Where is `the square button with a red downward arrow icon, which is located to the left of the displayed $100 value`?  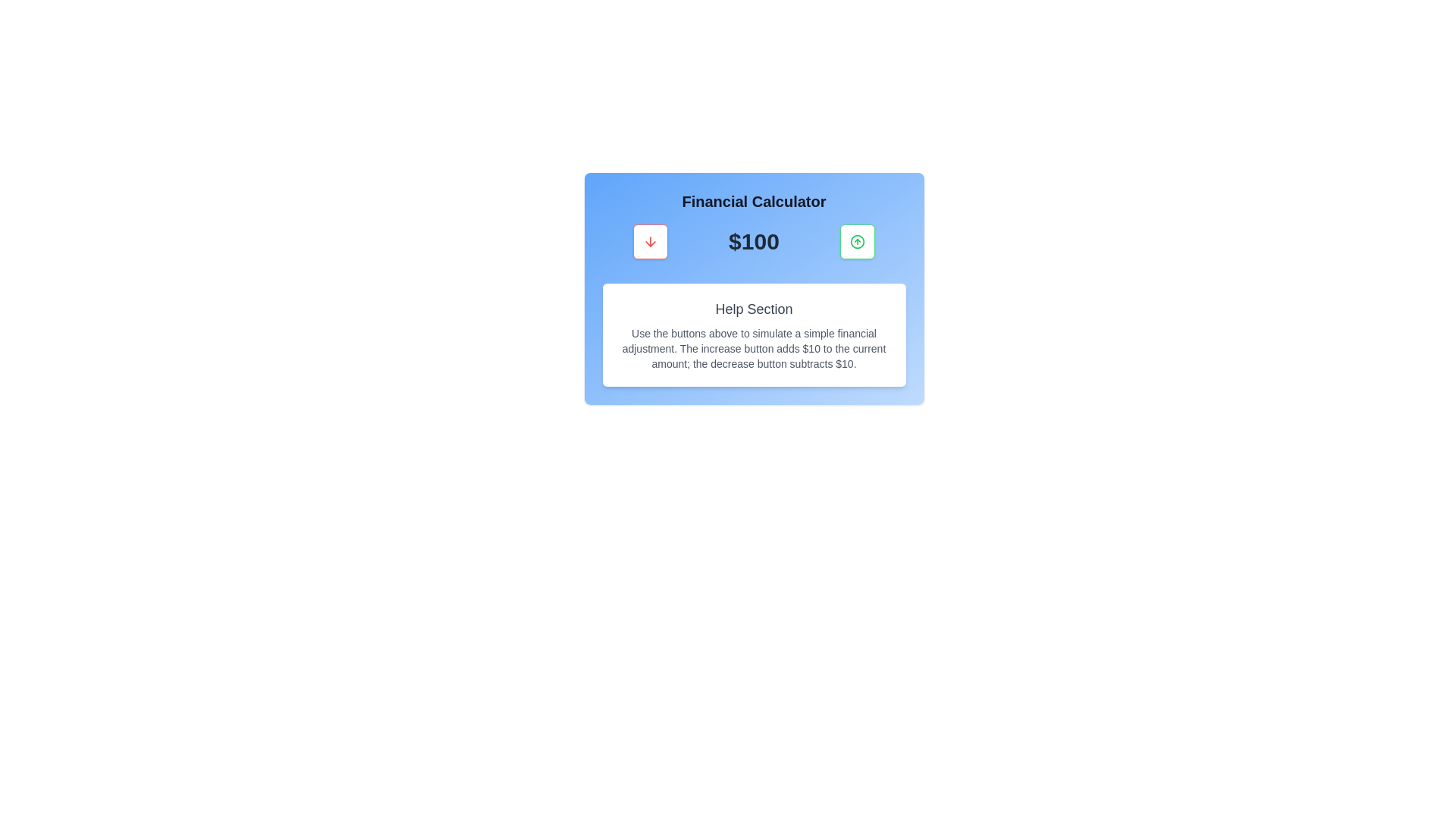
the square button with a red downward arrow icon, which is located to the left of the displayed $100 value is located at coordinates (650, 241).